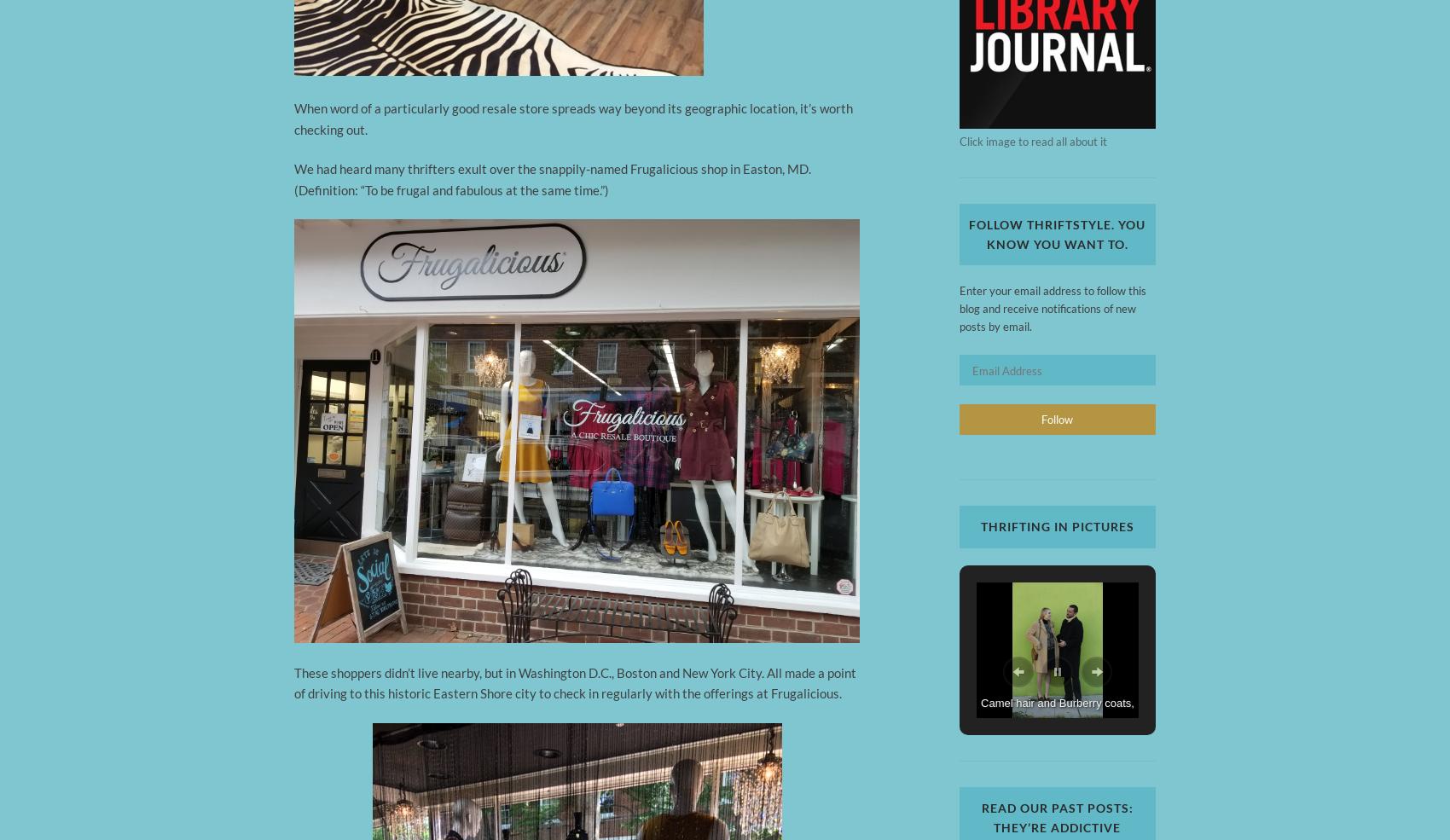 The width and height of the screenshot is (1450, 840). Describe the element at coordinates (1056, 419) in the screenshot. I see `'Follow'` at that location.